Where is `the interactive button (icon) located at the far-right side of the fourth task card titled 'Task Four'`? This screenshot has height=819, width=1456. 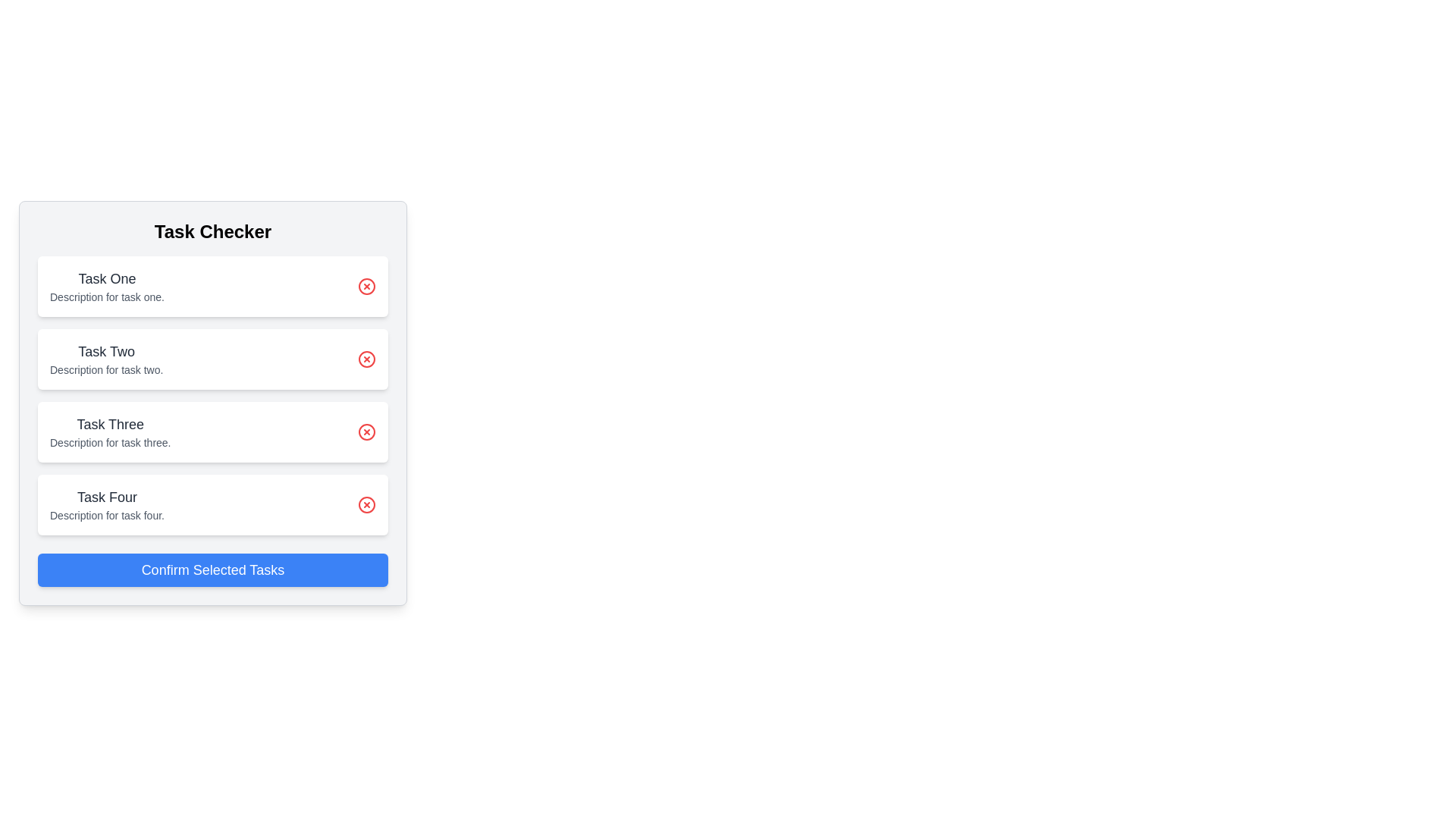
the interactive button (icon) located at the far-right side of the fourth task card titled 'Task Four' is located at coordinates (367, 505).